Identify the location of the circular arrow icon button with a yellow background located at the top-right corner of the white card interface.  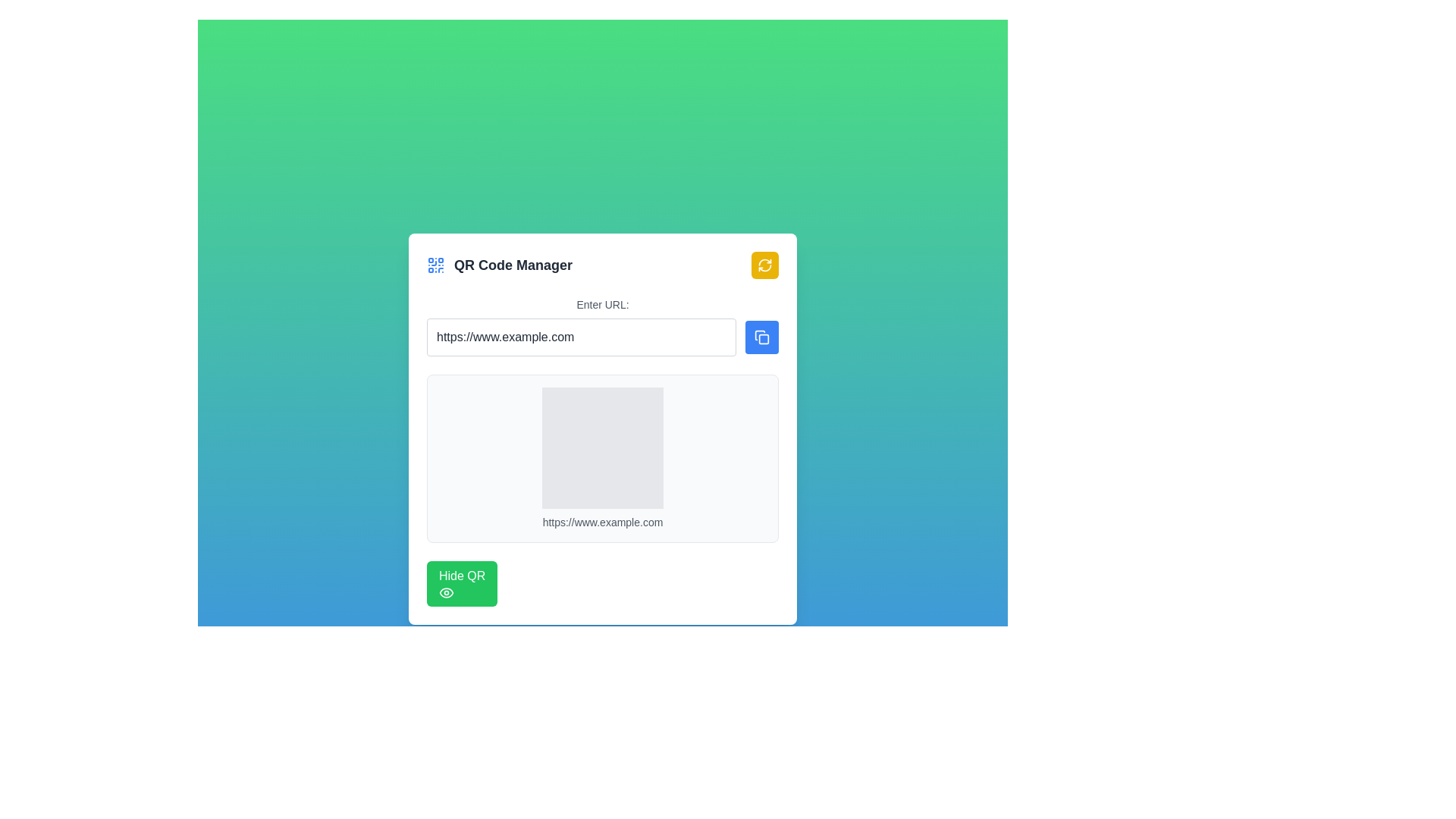
(764, 265).